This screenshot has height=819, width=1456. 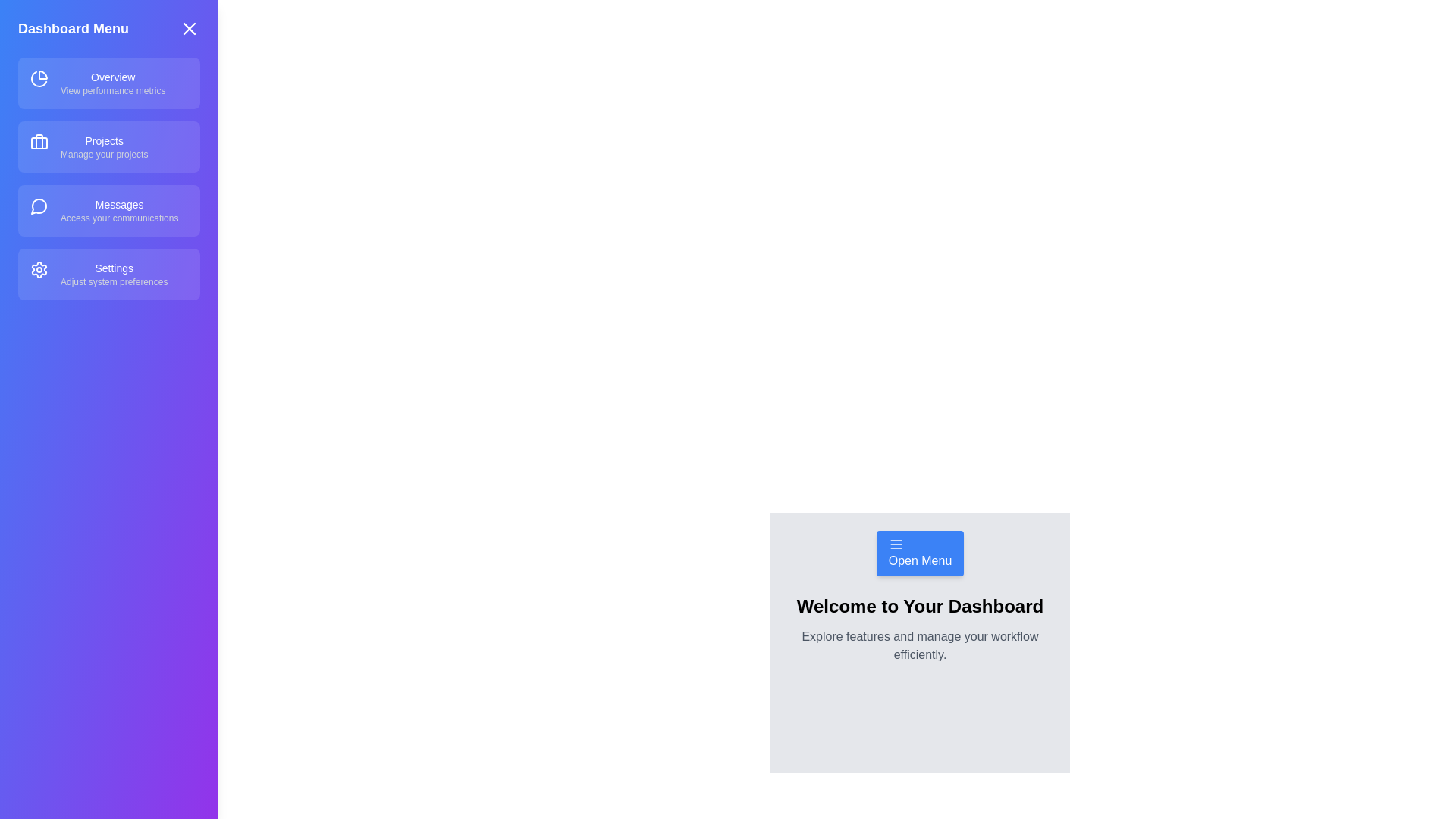 I want to click on the menu item labeled Overview, so click(x=108, y=83).